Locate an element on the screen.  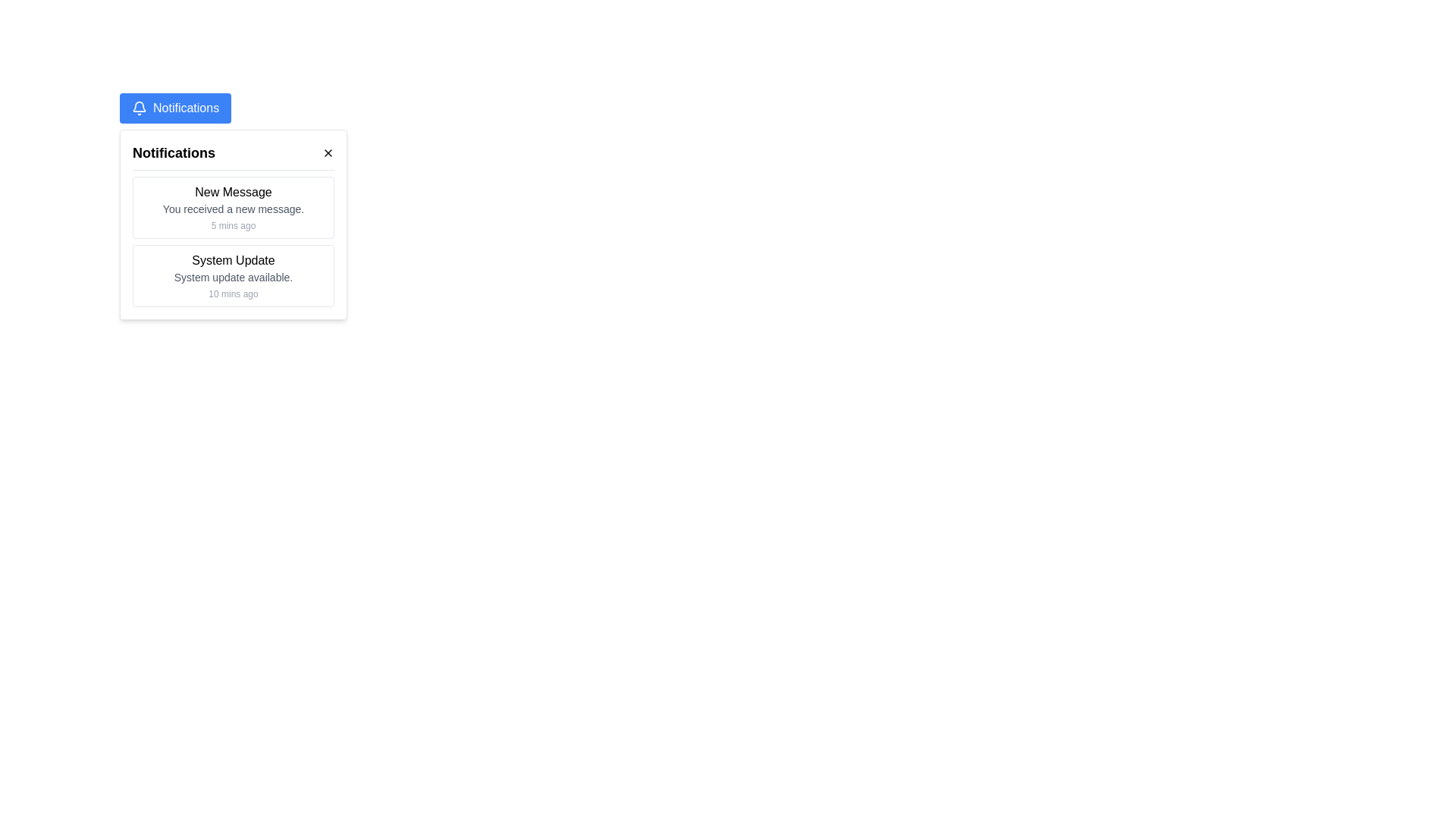
the text label reading 'Notifications', which is styled in bold black font against a white background, located at the top-left of the notification pop-up is located at coordinates (174, 152).